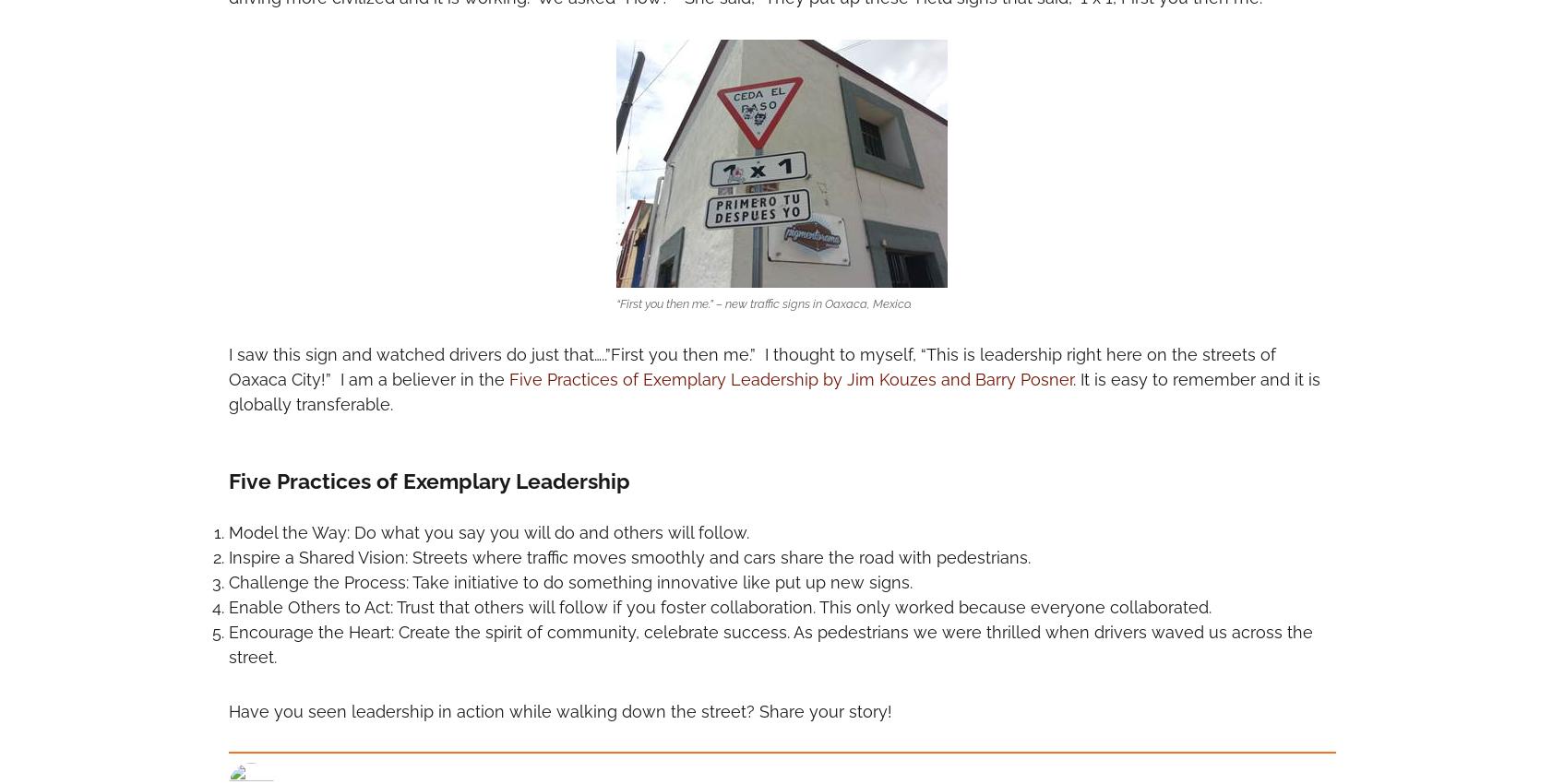  What do you see at coordinates (751, 366) in the screenshot?
I see `'I saw this sign and watched drivers do just that…..”First you then me.”  I thought to myself, “This is leadership right here on the streets of Oaxaca City!”  I am a believer in the'` at bounding box center [751, 366].